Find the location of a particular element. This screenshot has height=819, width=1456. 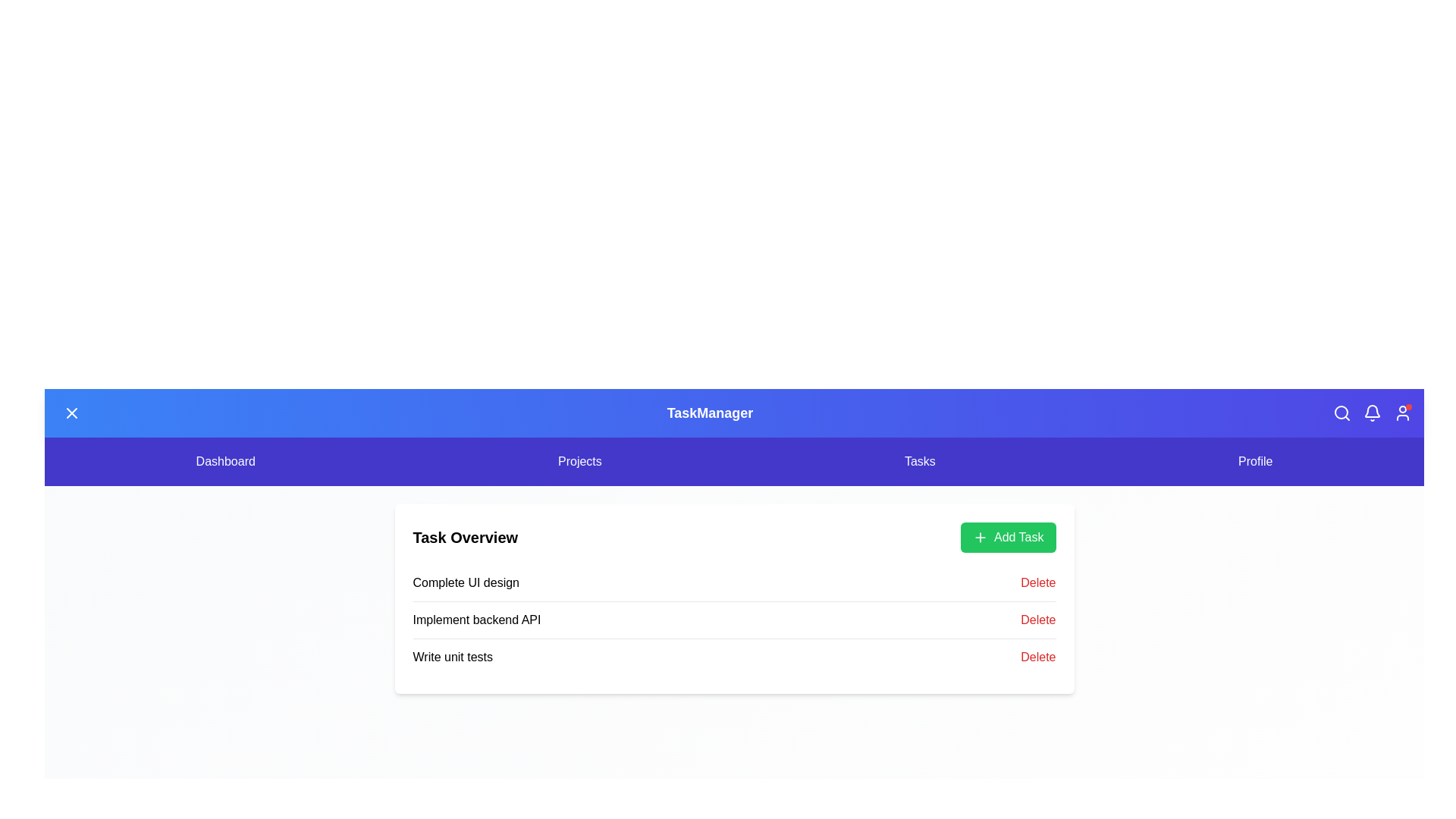

the 'Tasks' button in the navigation bar to navigate to the 'Tasks' section is located at coordinates (919, 461).